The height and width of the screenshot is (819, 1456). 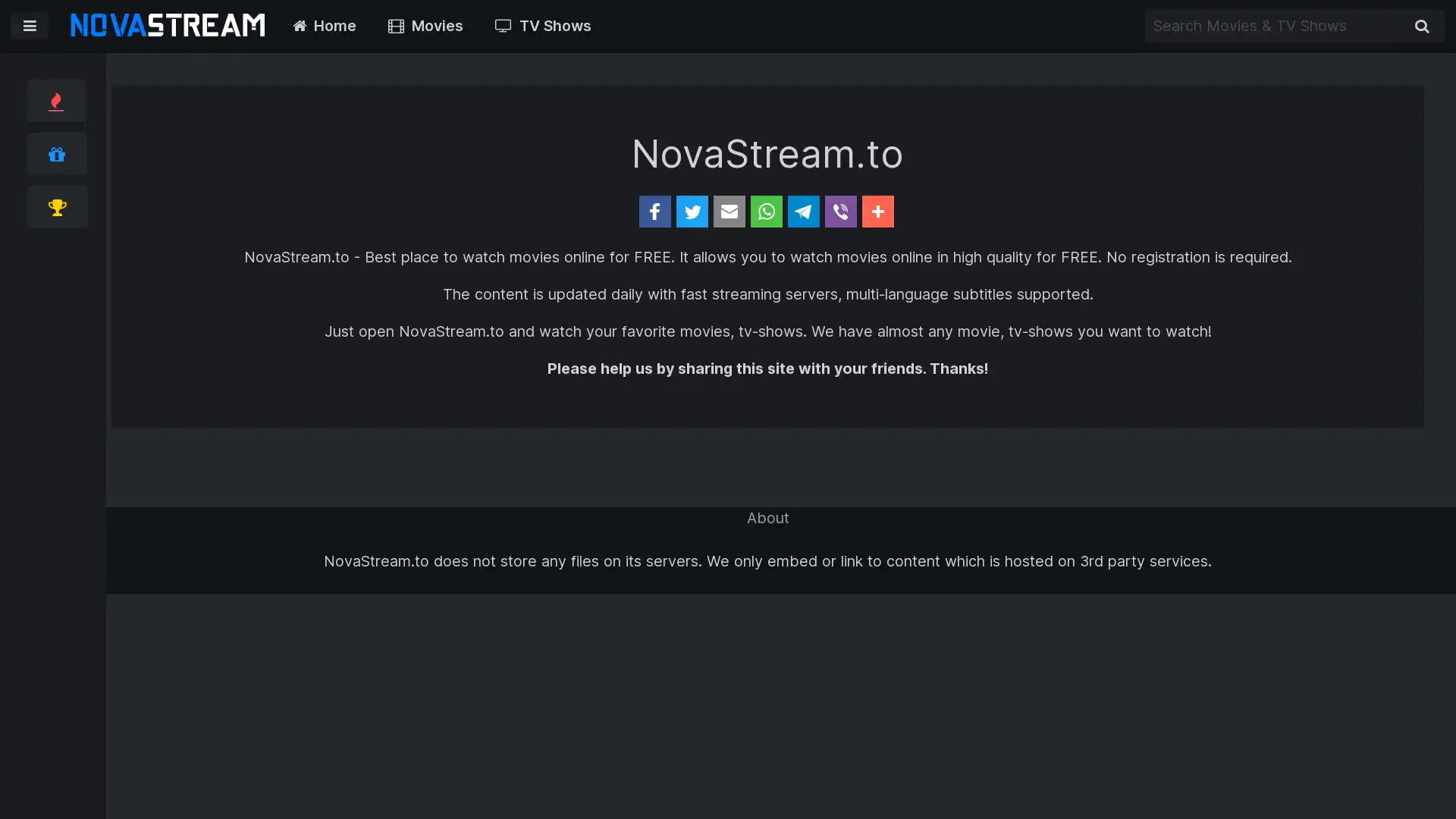 What do you see at coordinates (528, 211) in the screenshot?
I see `Share to Facebook Facebook` at bounding box center [528, 211].